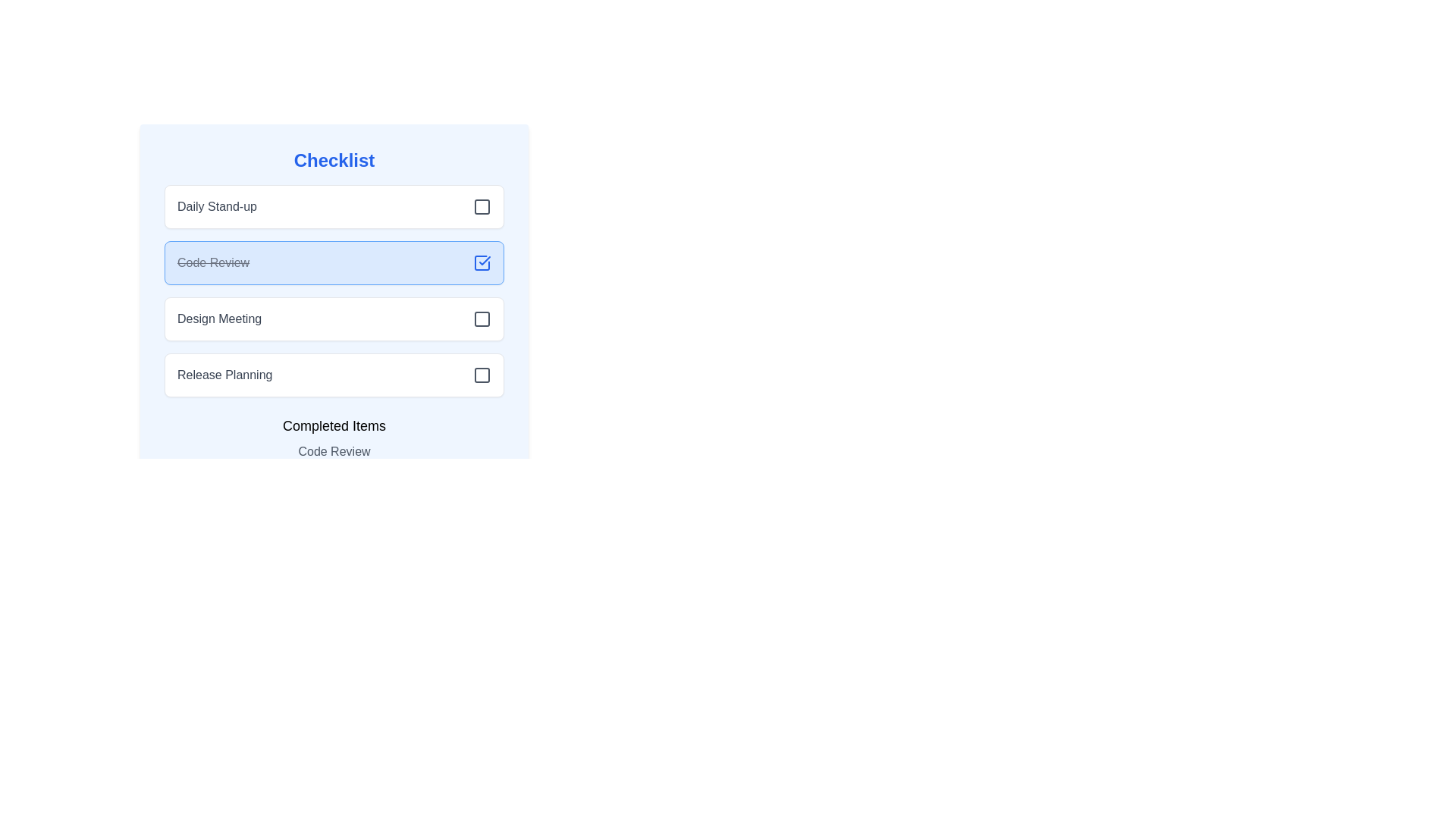 The height and width of the screenshot is (819, 1456). What do you see at coordinates (334, 291) in the screenshot?
I see `the second checklist item, which is marked with a strikethrough text and a checked box` at bounding box center [334, 291].